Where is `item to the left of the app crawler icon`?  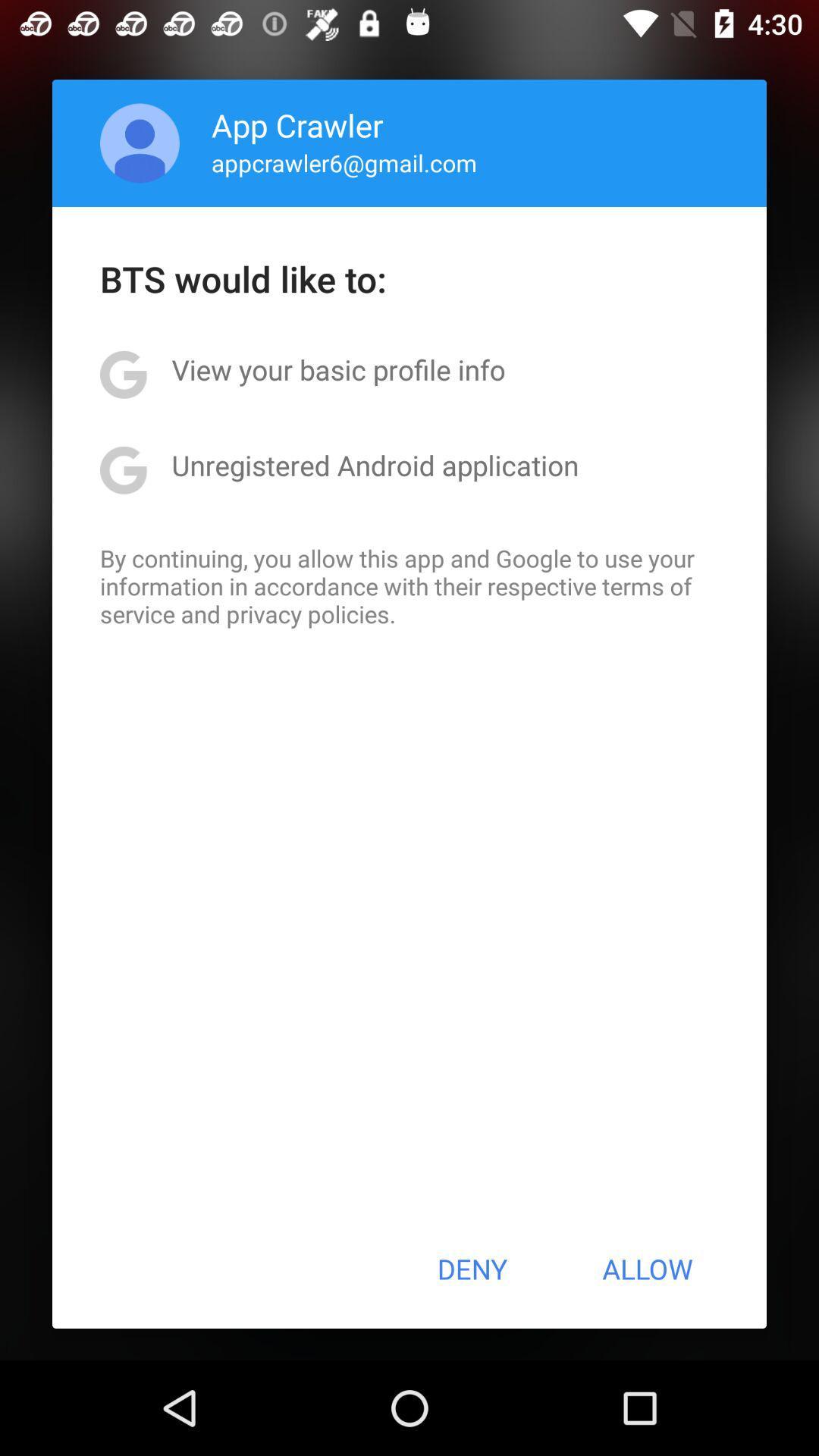 item to the left of the app crawler icon is located at coordinates (140, 143).